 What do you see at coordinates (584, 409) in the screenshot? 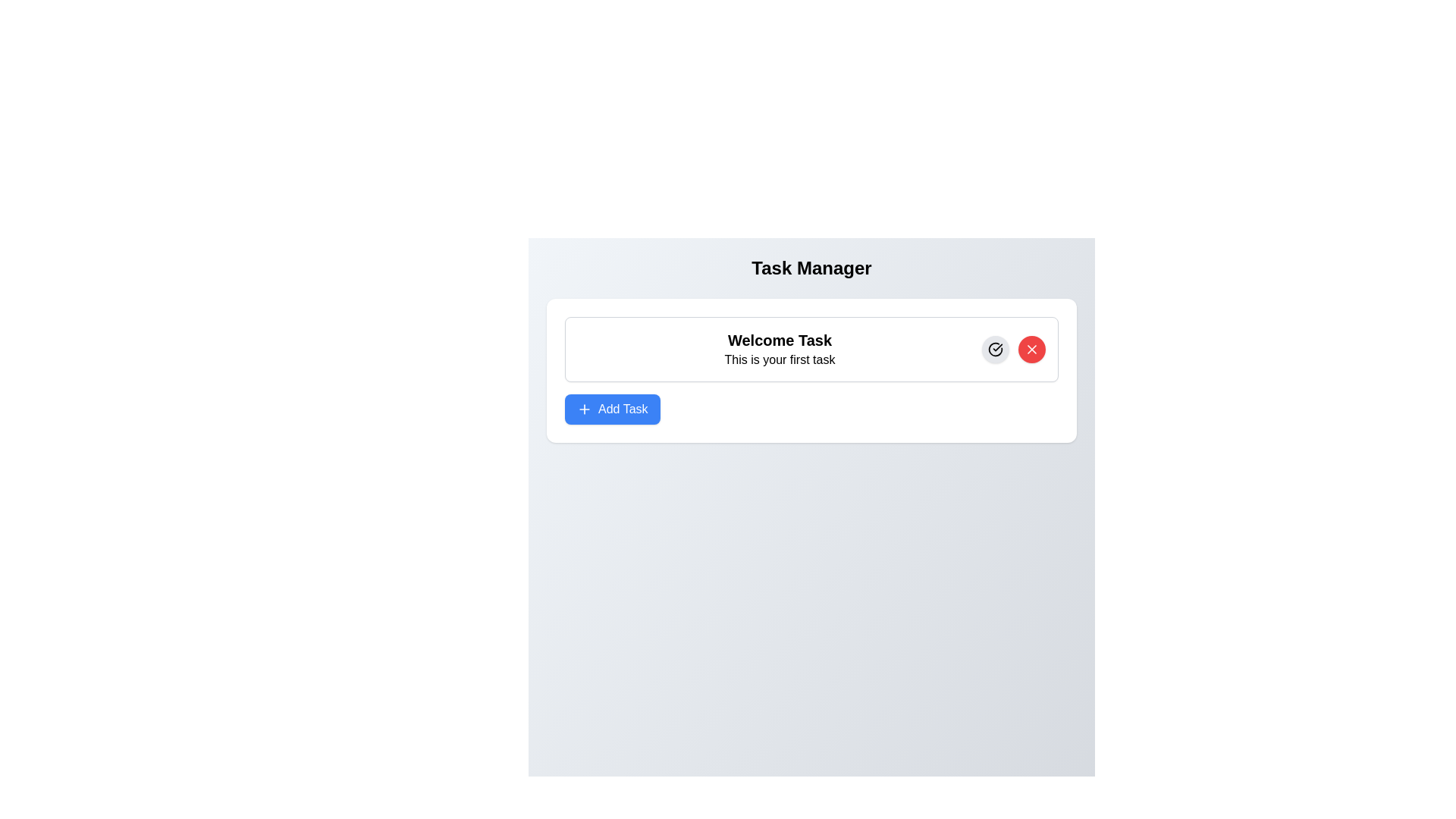
I see `the plus icon located within the 'Add Task' button at the bottom-left of the task list section` at bounding box center [584, 409].